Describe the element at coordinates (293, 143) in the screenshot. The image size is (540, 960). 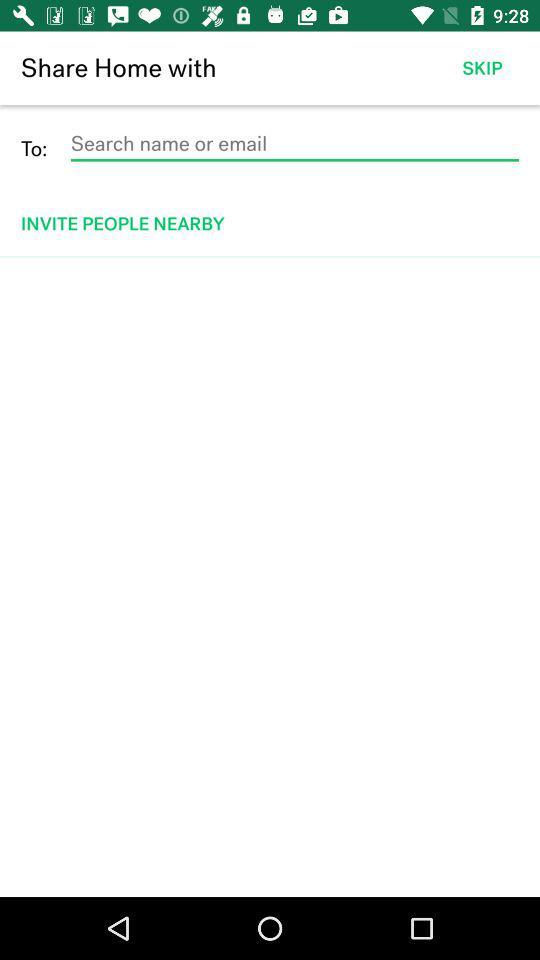
I see `to search people by name or email` at that location.